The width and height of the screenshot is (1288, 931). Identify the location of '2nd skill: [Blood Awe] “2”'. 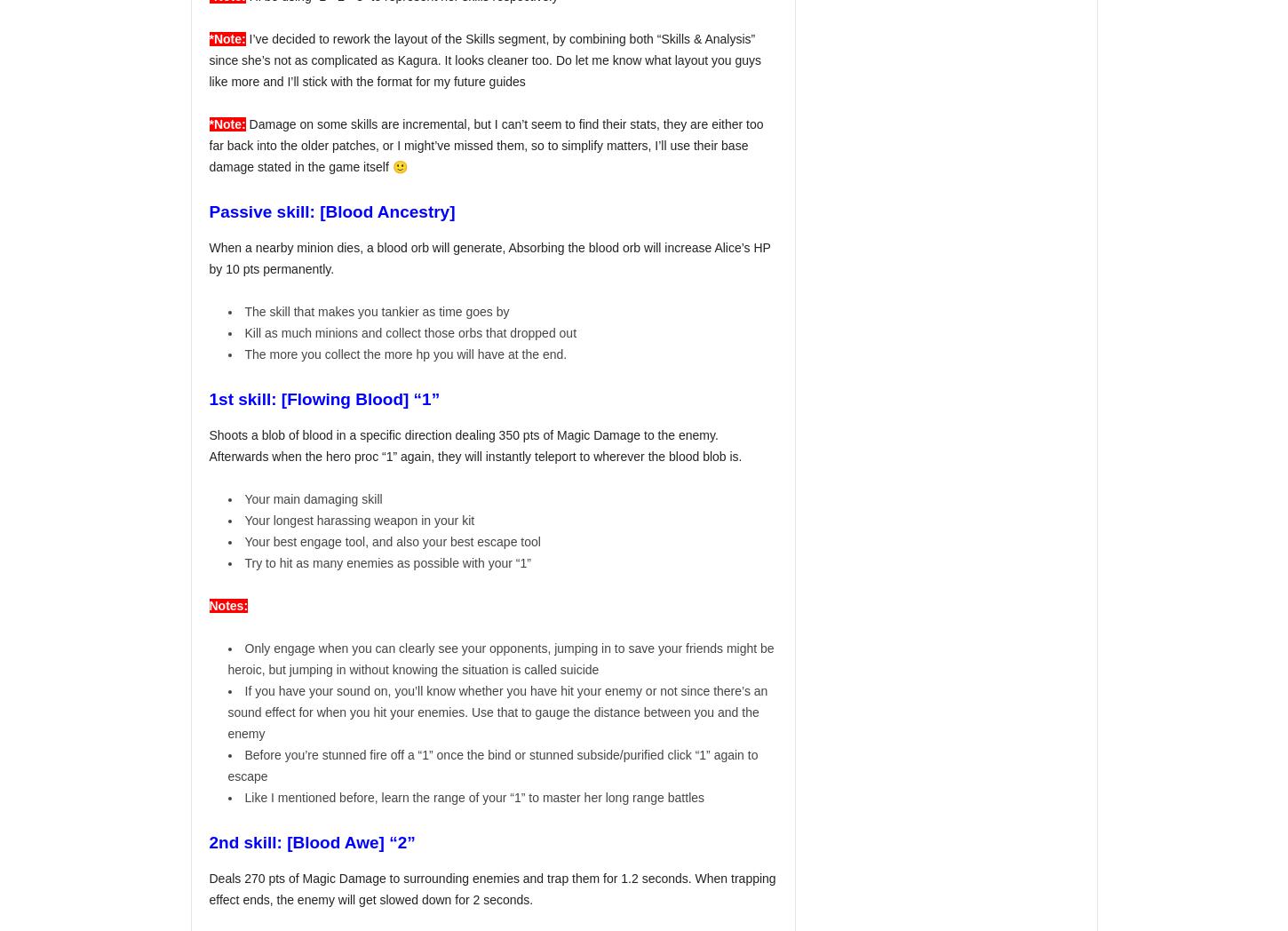
(312, 842).